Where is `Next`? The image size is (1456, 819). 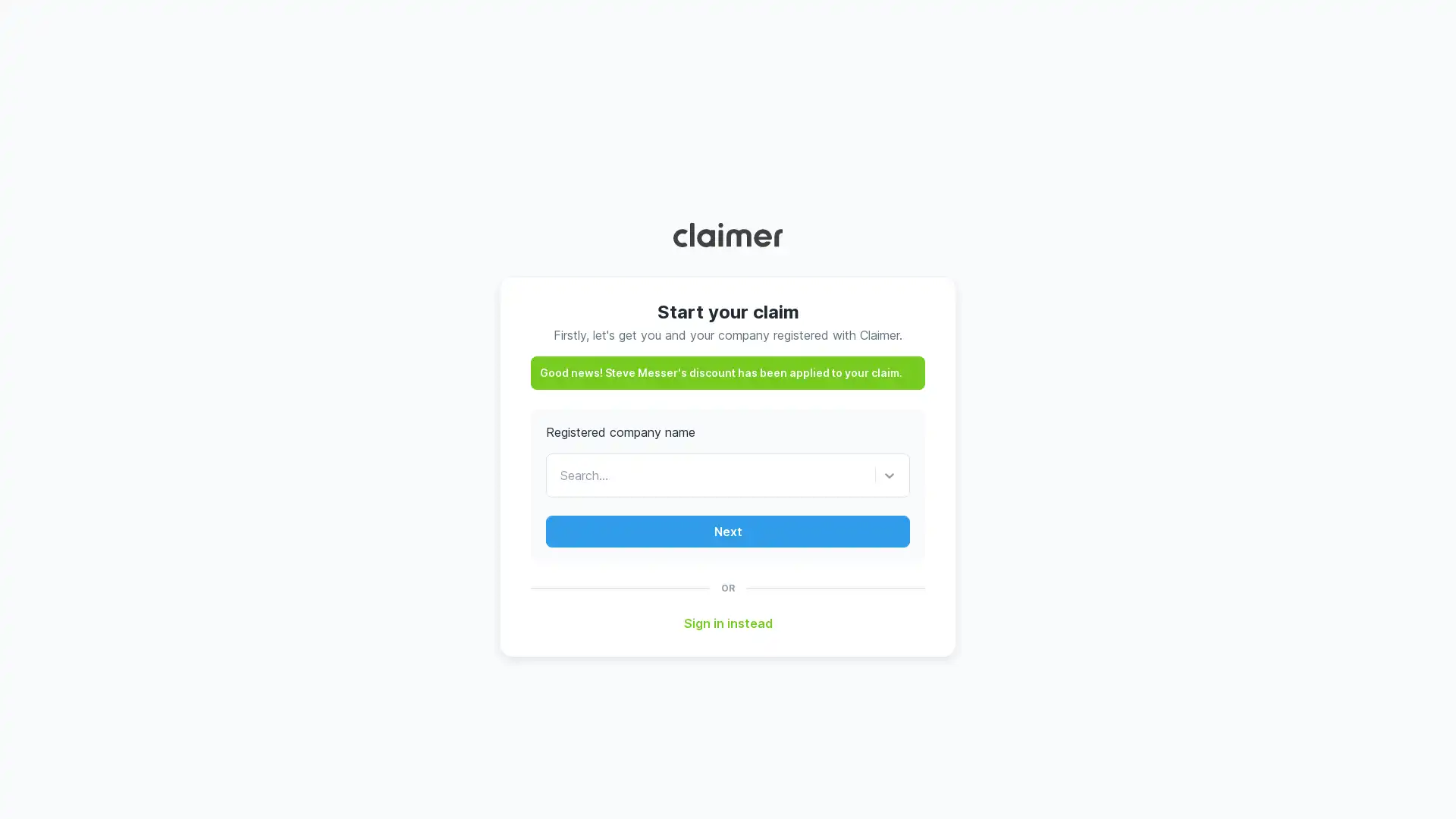
Next is located at coordinates (728, 531).